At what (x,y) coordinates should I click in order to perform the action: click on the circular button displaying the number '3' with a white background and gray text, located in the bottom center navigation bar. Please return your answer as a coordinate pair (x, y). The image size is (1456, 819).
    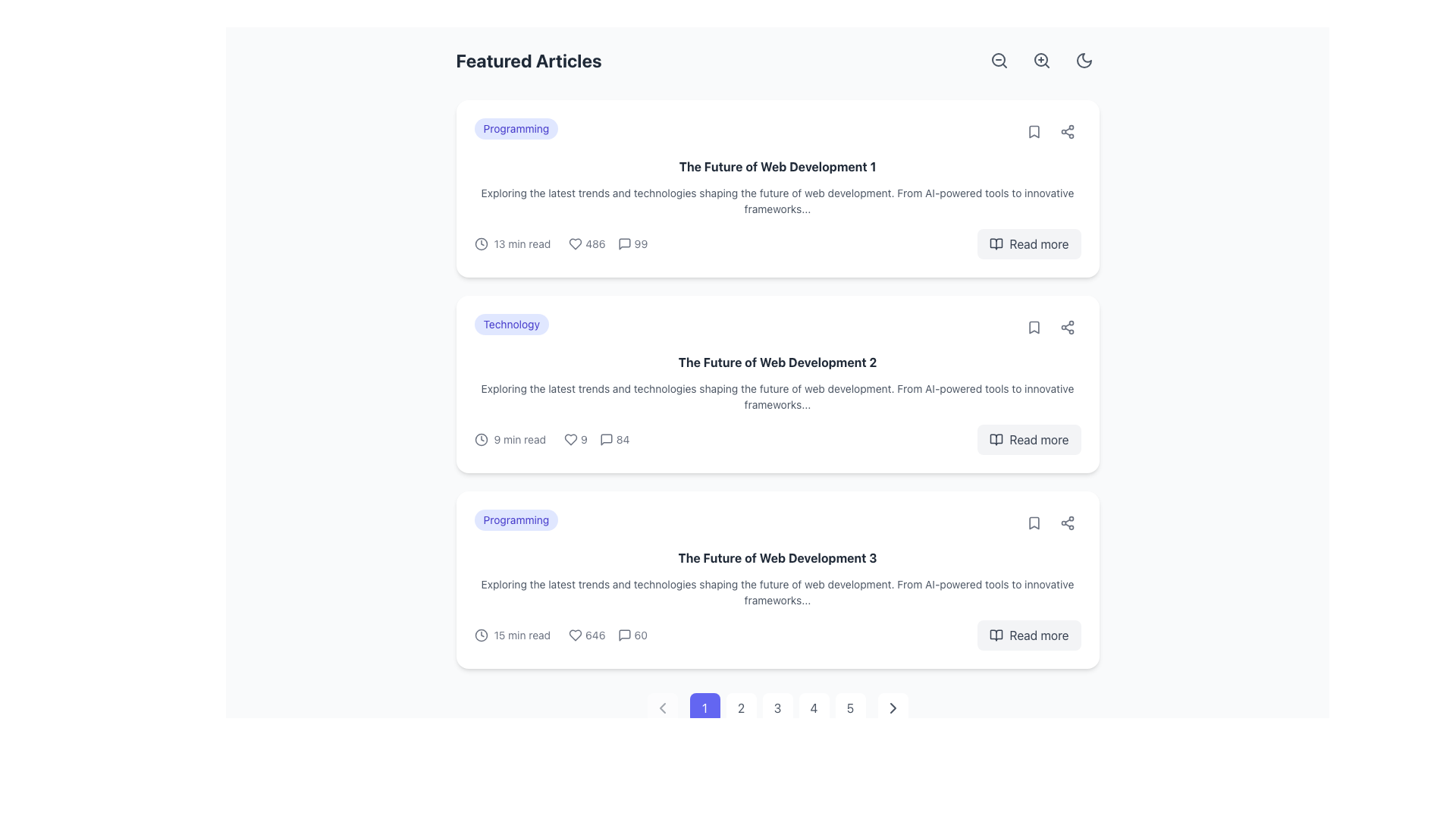
    Looking at the image, I should click on (777, 708).